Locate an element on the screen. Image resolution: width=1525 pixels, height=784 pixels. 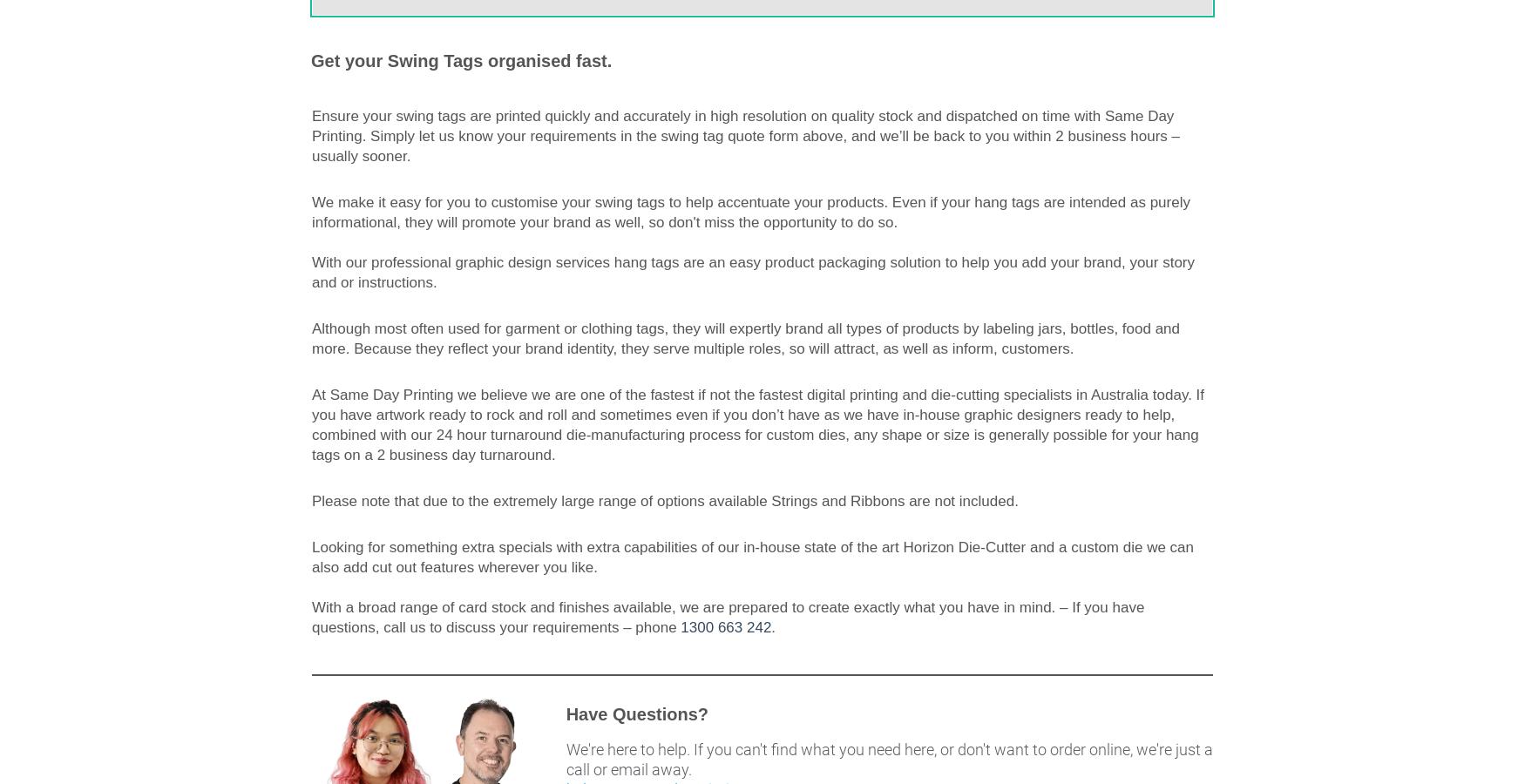
'Looking for something extra specials with extra capabilities of our in-house state of the art Horizon Die-Cutter and a custom die we can also add cut out features wherever you like.' is located at coordinates (752, 557).